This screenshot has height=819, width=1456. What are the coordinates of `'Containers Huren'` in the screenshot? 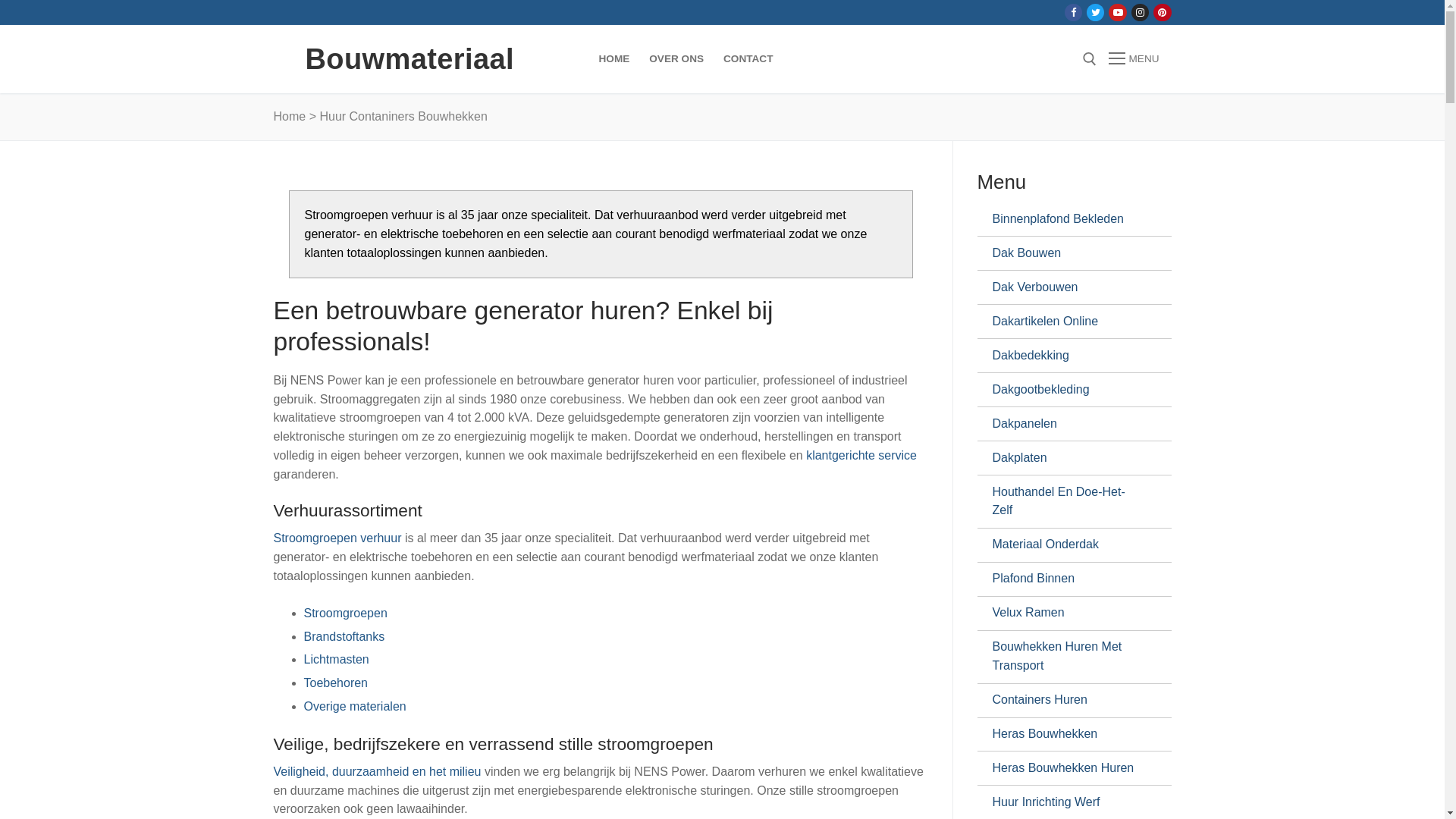 It's located at (1066, 701).